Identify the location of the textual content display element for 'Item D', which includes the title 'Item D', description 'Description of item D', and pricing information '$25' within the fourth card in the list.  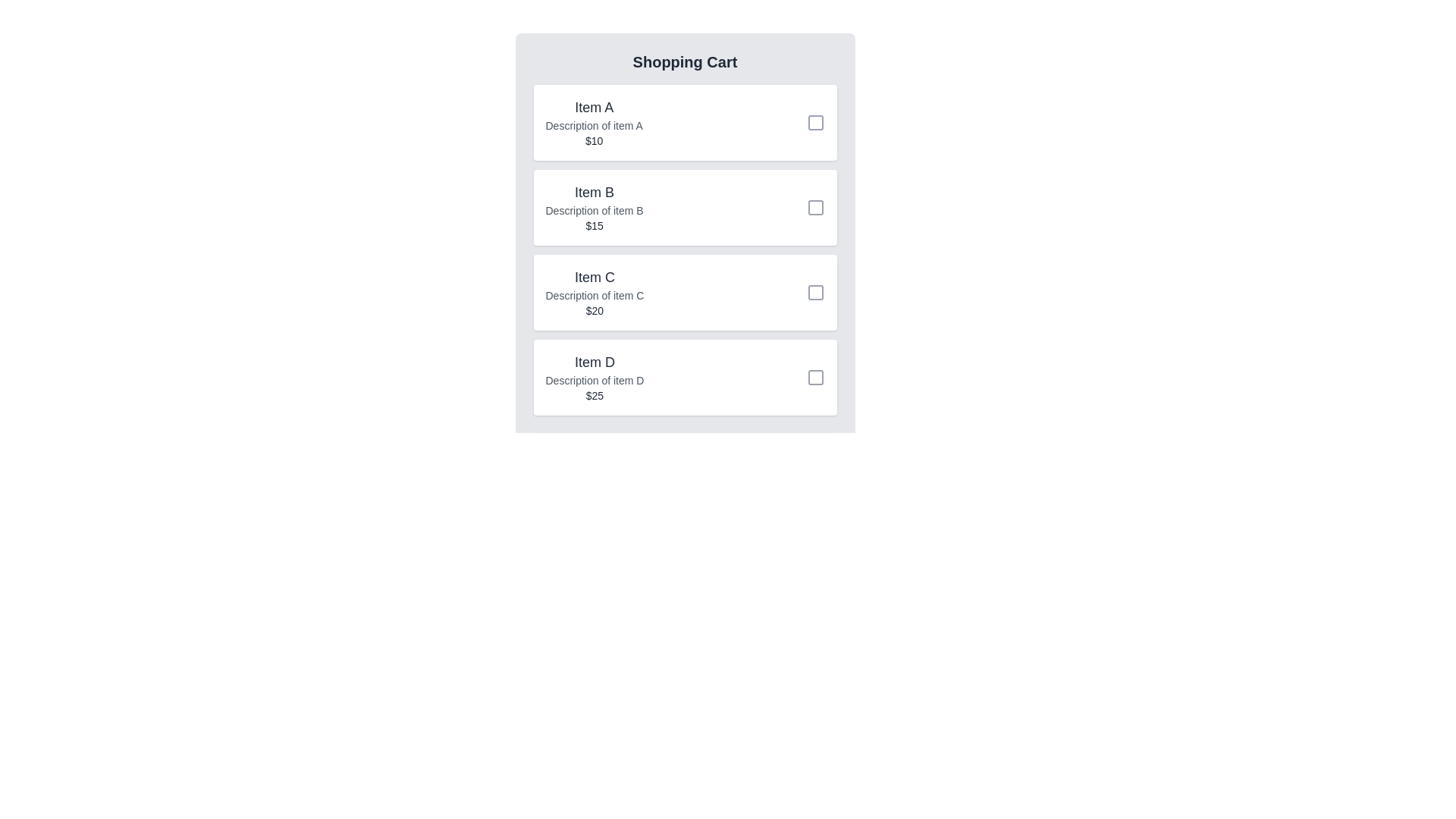
(594, 376).